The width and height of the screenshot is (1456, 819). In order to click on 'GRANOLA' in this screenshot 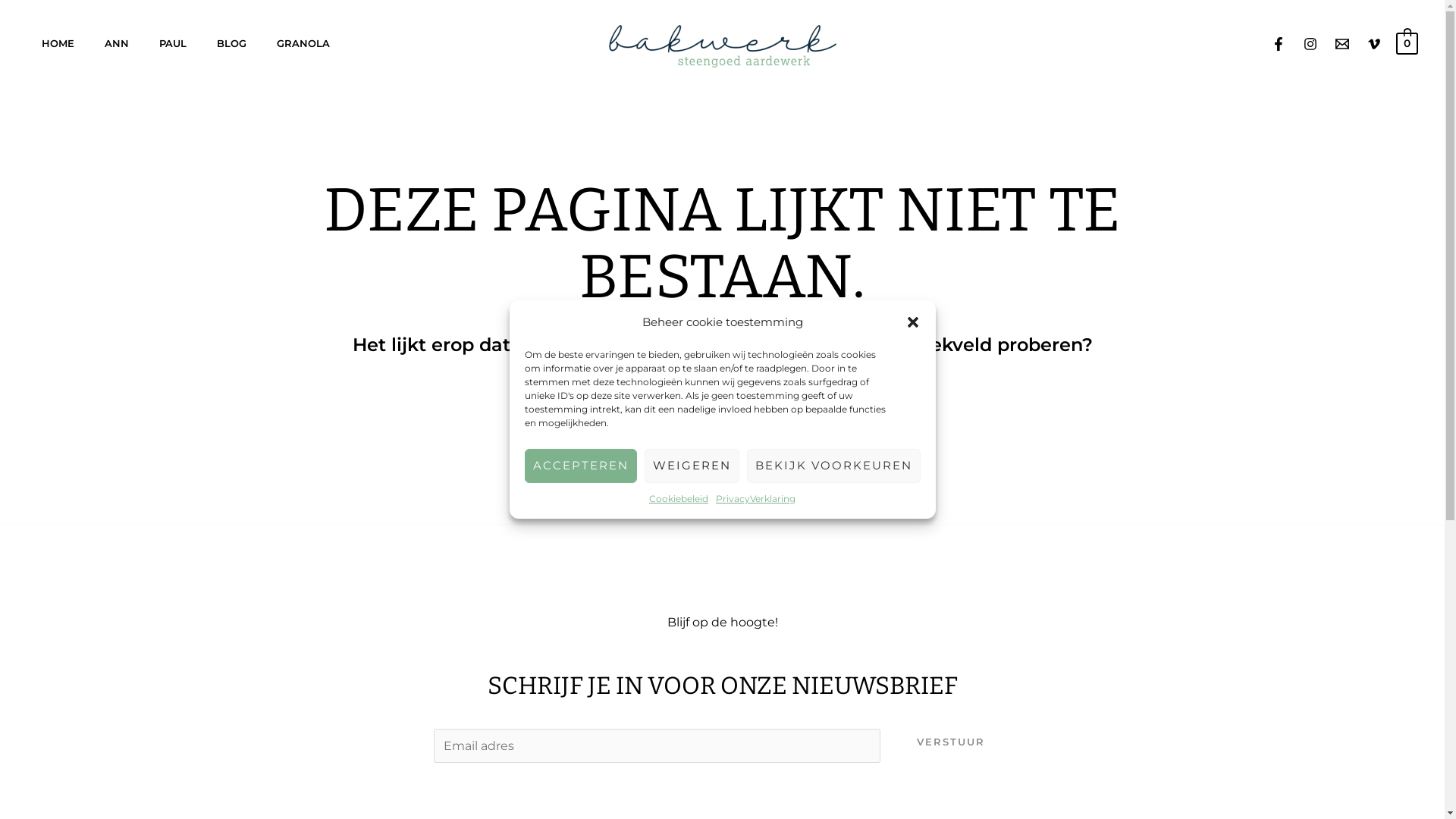, I will do `click(262, 42)`.